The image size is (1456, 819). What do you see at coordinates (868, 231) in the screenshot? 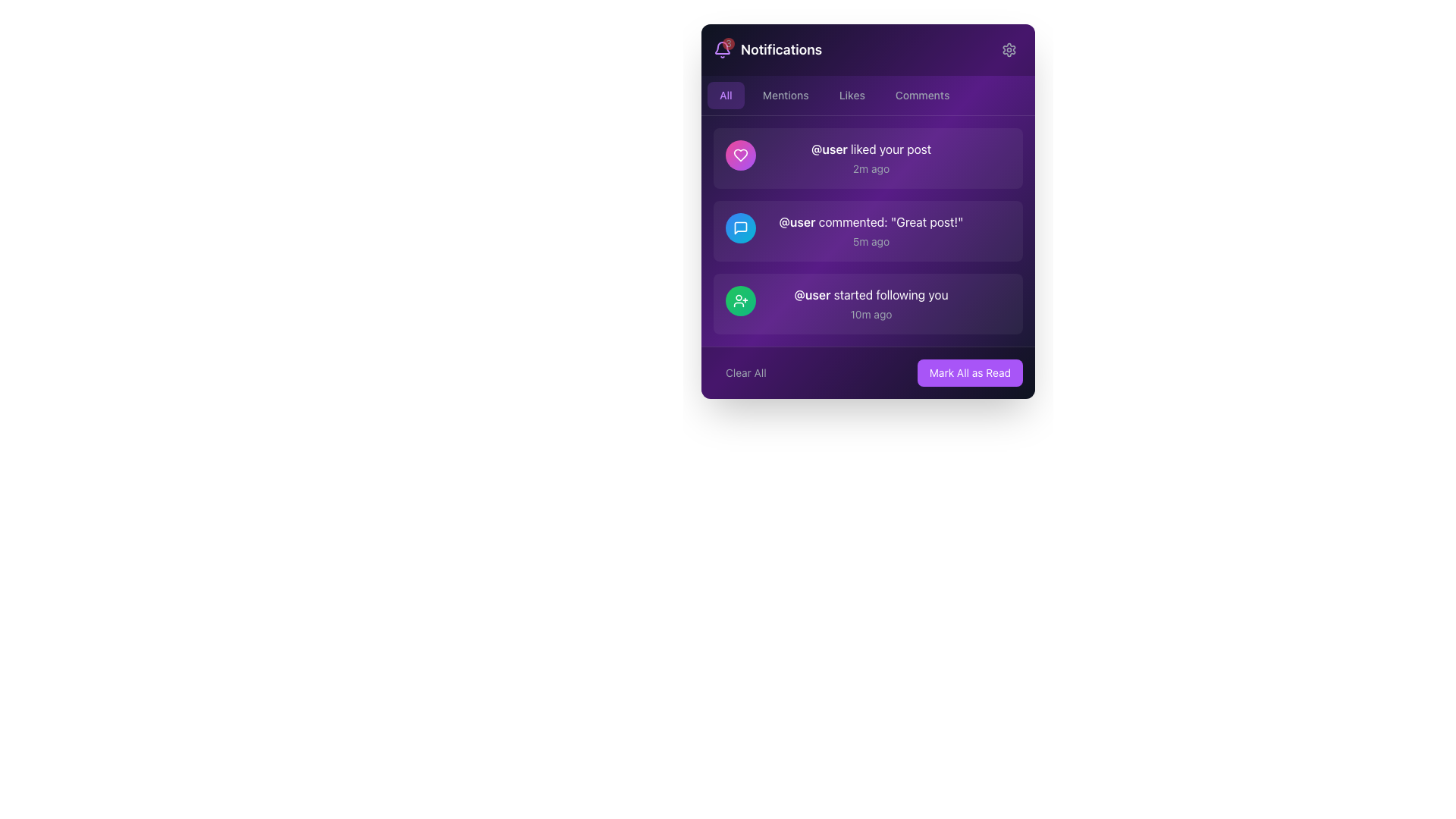
I see `the second notification in the list` at bounding box center [868, 231].